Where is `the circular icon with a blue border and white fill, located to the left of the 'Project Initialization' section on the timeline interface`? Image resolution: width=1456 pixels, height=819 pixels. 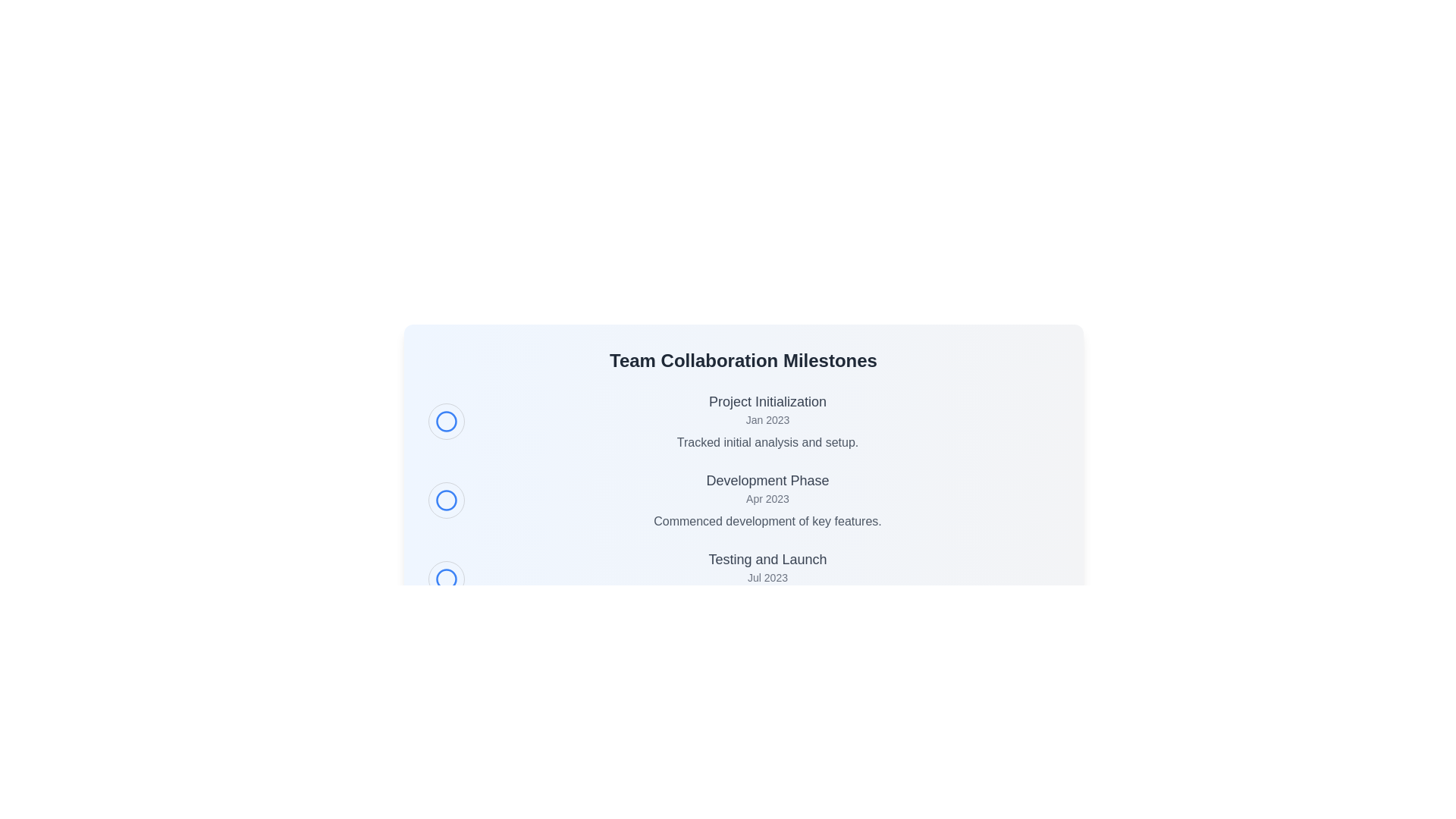 the circular icon with a blue border and white fill, located to the left of the 'Project Initialization' section on the timeline interface is located at coordinates (445, 421).